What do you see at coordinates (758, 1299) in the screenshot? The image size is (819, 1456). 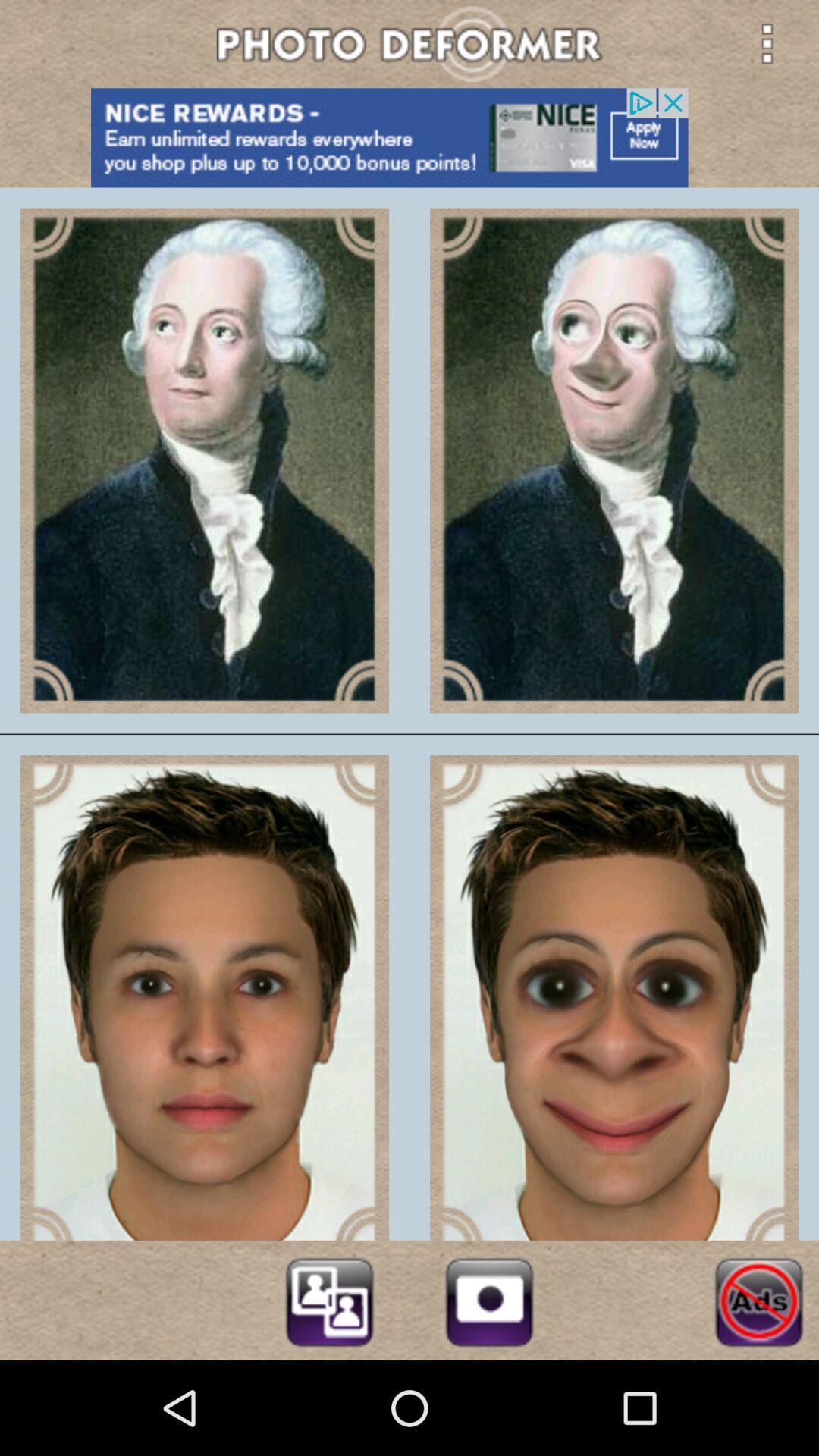 I see `remove advertisements` at bounding box center [758, 1299].